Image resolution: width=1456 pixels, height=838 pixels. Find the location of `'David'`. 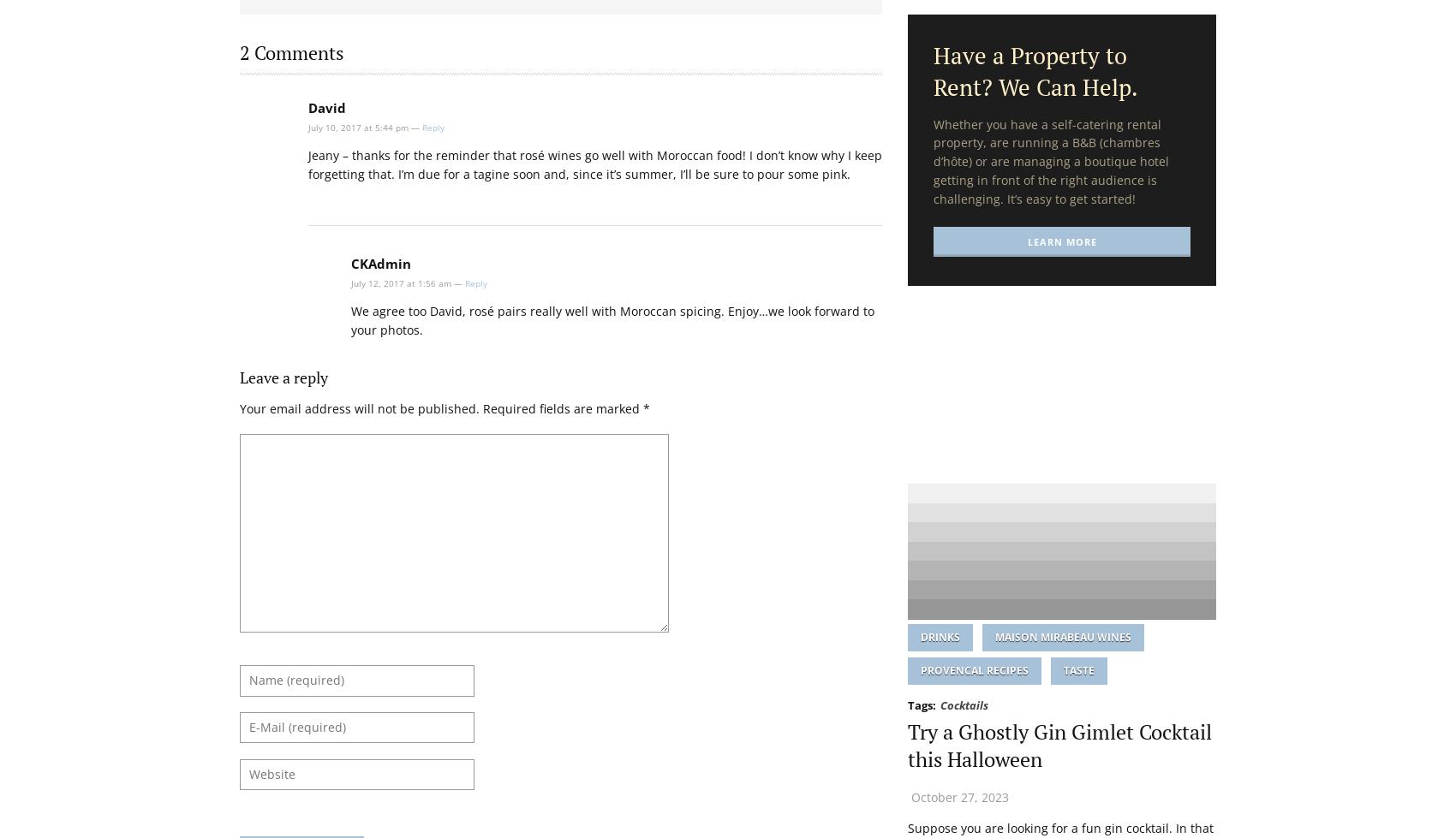

'David' is located at coordinates (325, 107).